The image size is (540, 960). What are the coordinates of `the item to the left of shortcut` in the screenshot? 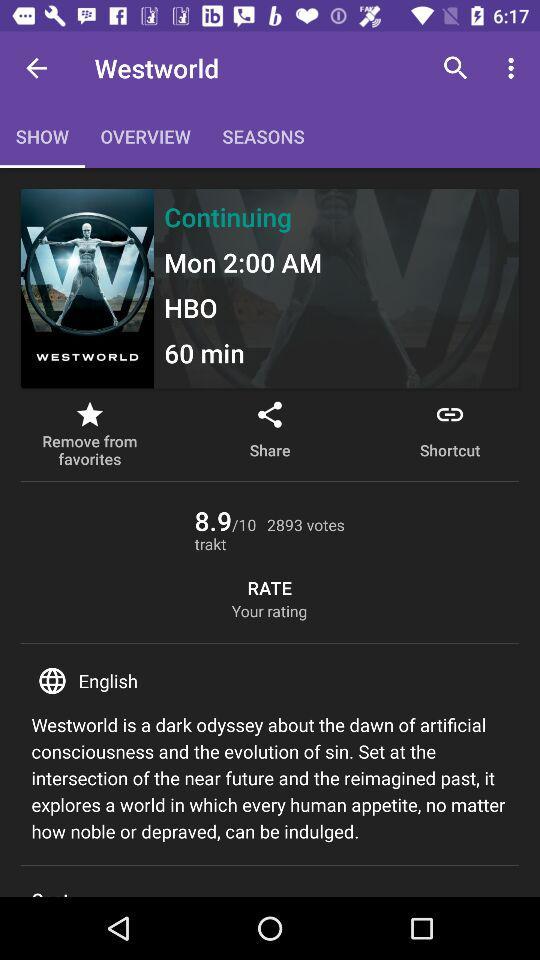 It's located at (270, 434).